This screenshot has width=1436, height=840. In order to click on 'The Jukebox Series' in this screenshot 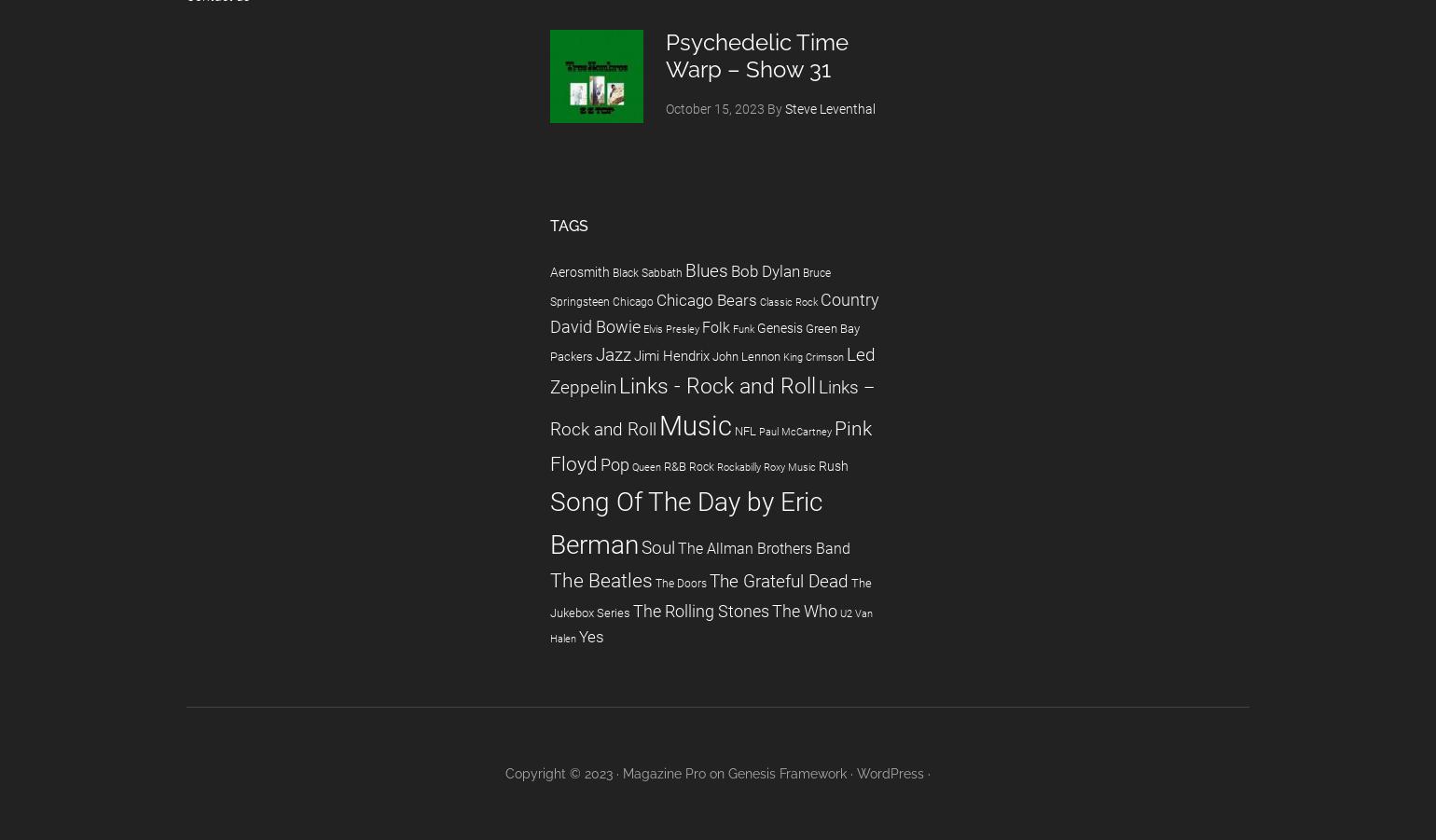, I will do `click(711, 597)`.